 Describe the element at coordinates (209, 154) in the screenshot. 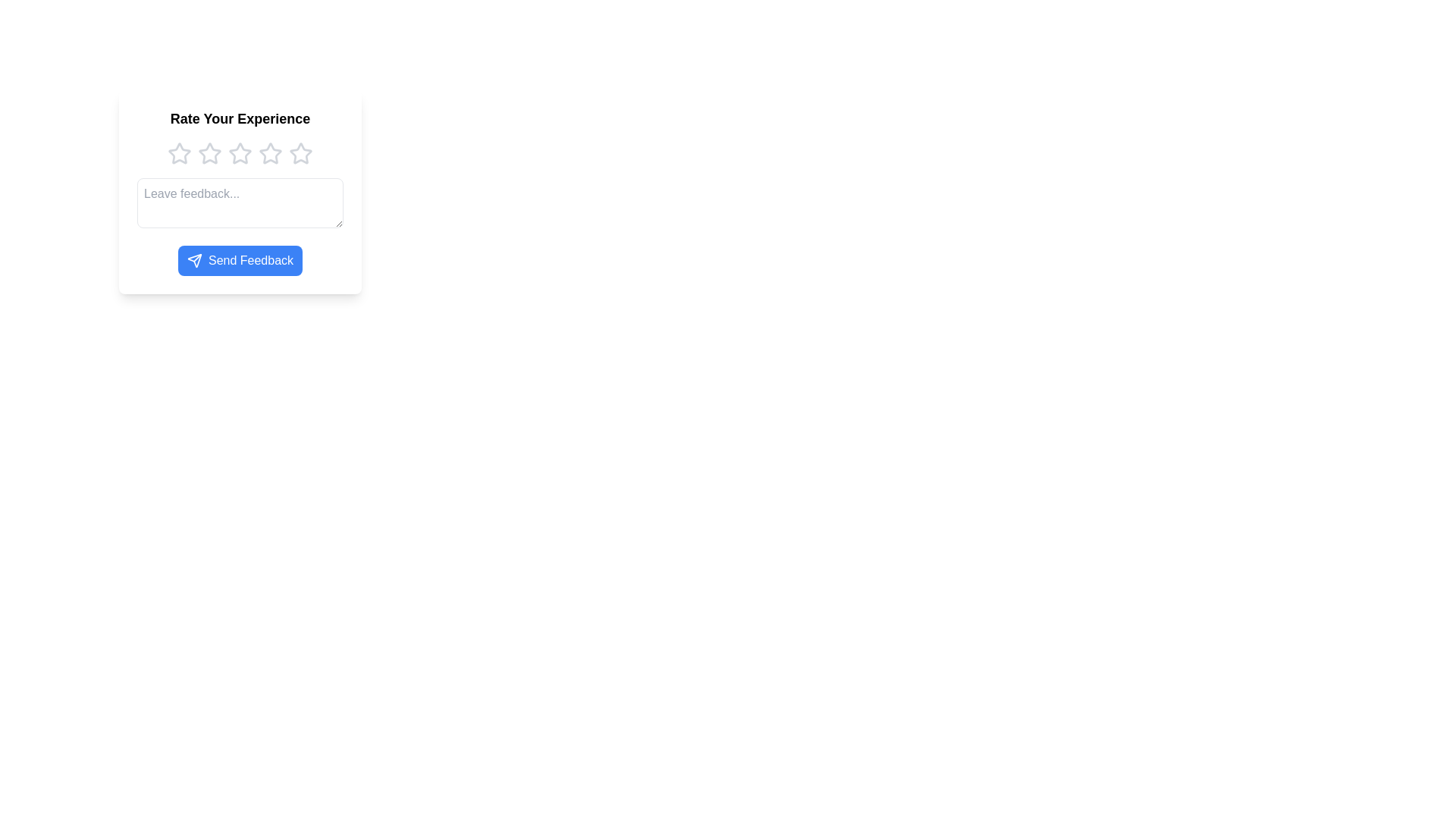

I see `the second star in the series of five rating stars located in the upper center of the feedback card, just below the 'Rate Your Experience' text` at that location.